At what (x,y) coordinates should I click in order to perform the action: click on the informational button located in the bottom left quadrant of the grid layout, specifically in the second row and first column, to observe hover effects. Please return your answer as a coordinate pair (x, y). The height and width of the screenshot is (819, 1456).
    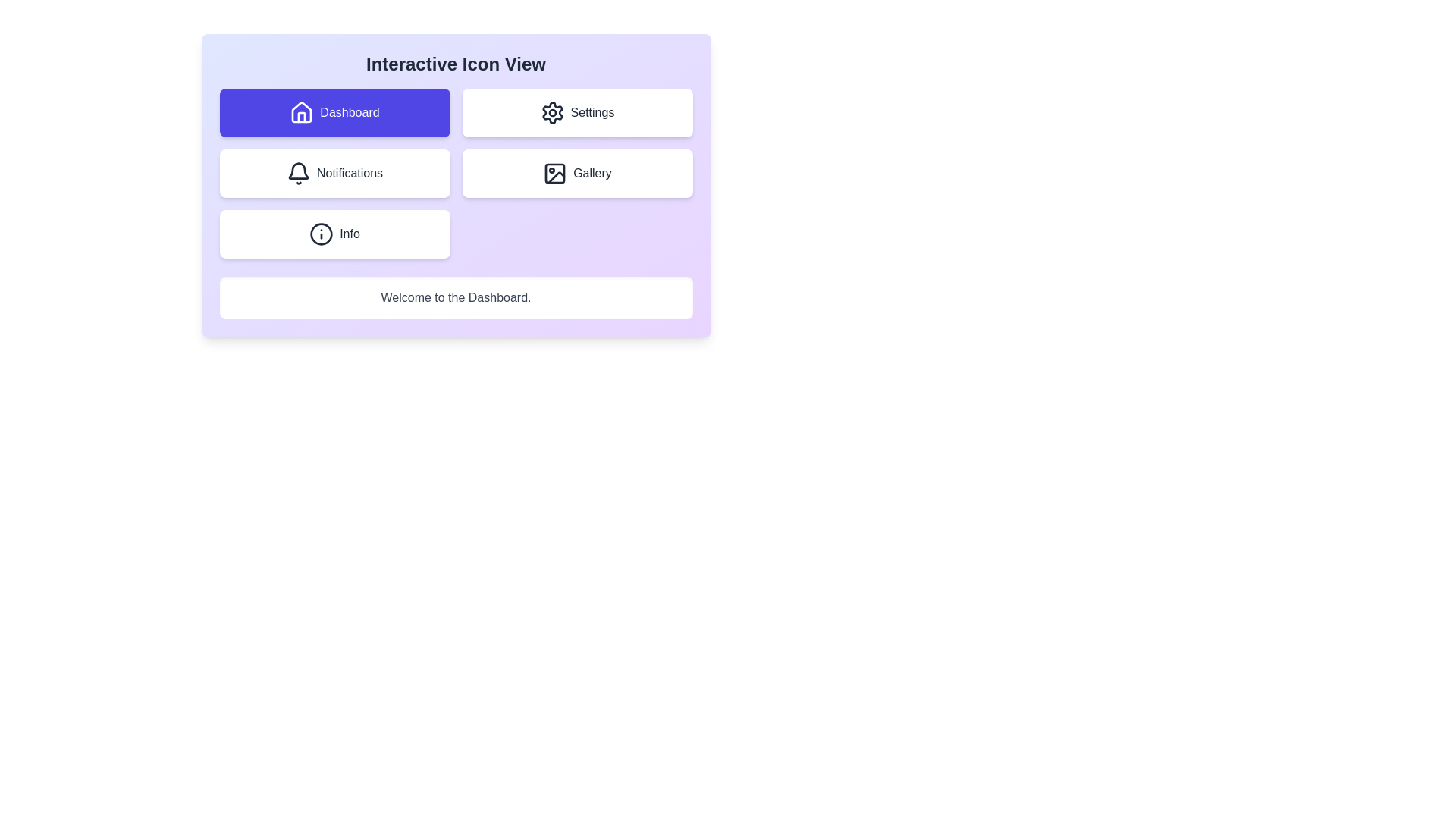
    Looking at the image, I should click on (334, 234).